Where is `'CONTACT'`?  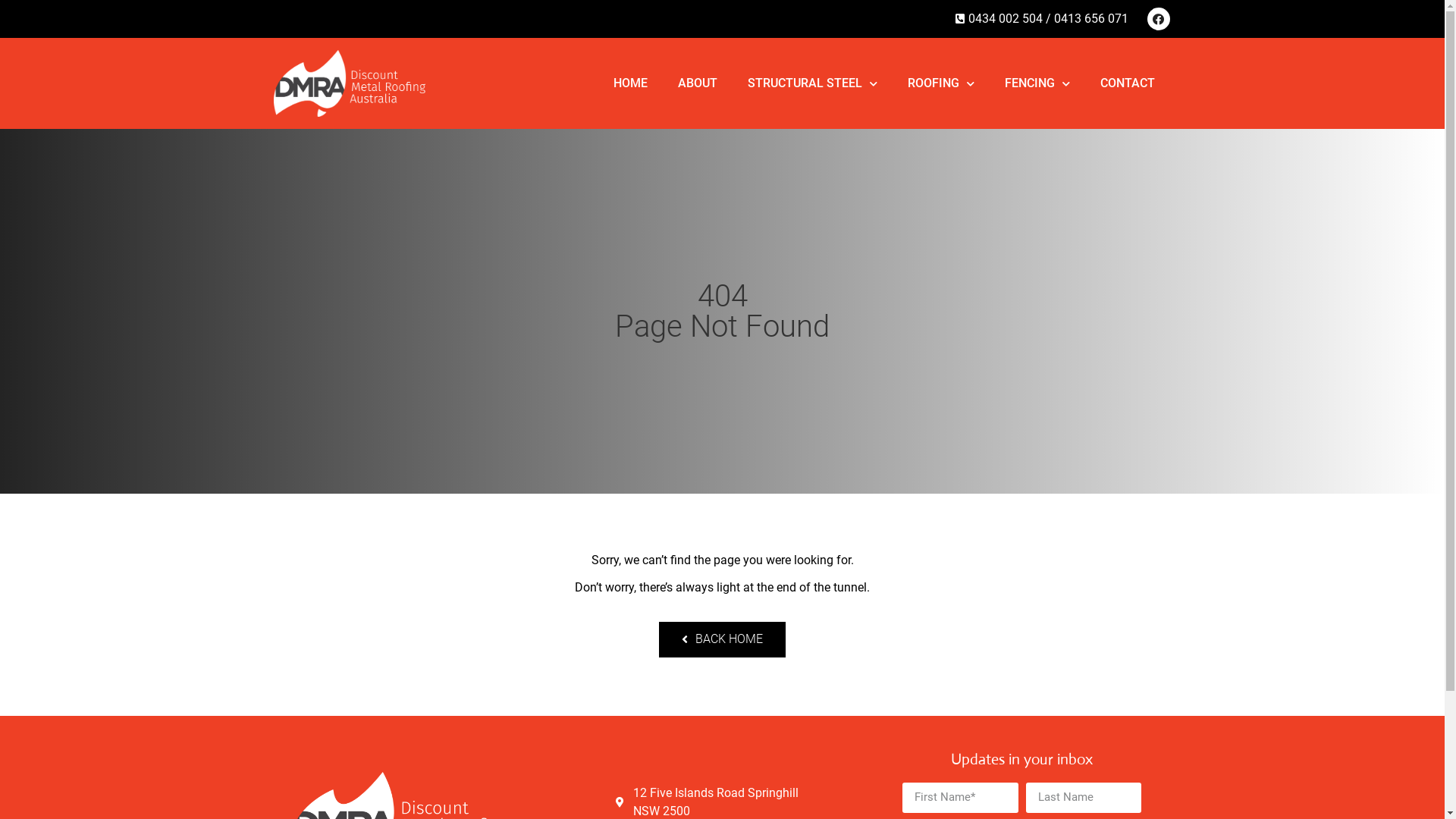
'CONTACT' is located at coordinates (1127, 83).